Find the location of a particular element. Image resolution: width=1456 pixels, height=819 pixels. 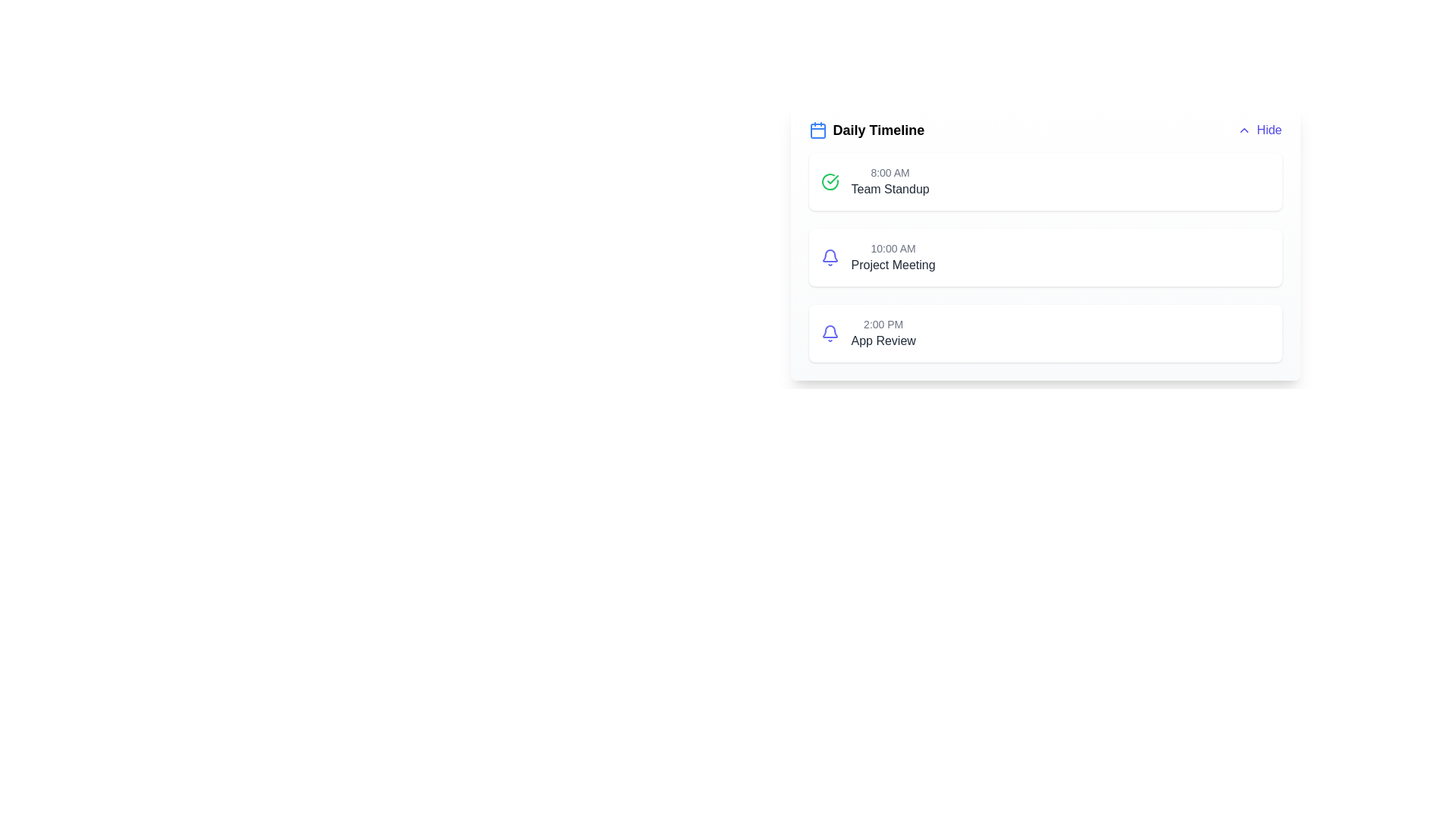

the Static Text indicating the scheduled time for 'App Review', which is located in the bottom-most entry of the timeline interface, aligned to the left of the 'App Review' label is located at coordinates (883, 324).